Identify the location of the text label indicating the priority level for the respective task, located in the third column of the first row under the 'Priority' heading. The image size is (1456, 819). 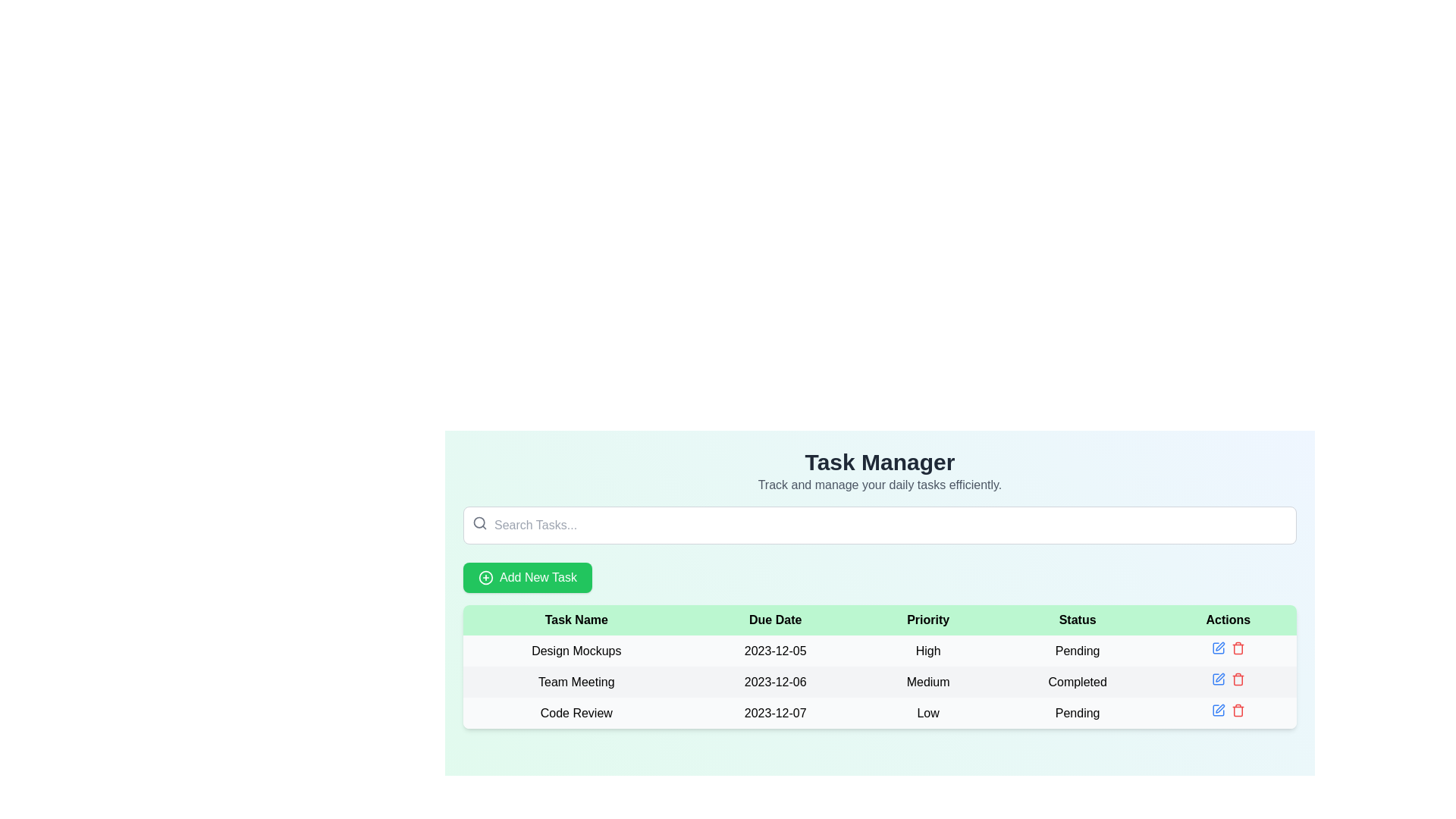
(927, 650).